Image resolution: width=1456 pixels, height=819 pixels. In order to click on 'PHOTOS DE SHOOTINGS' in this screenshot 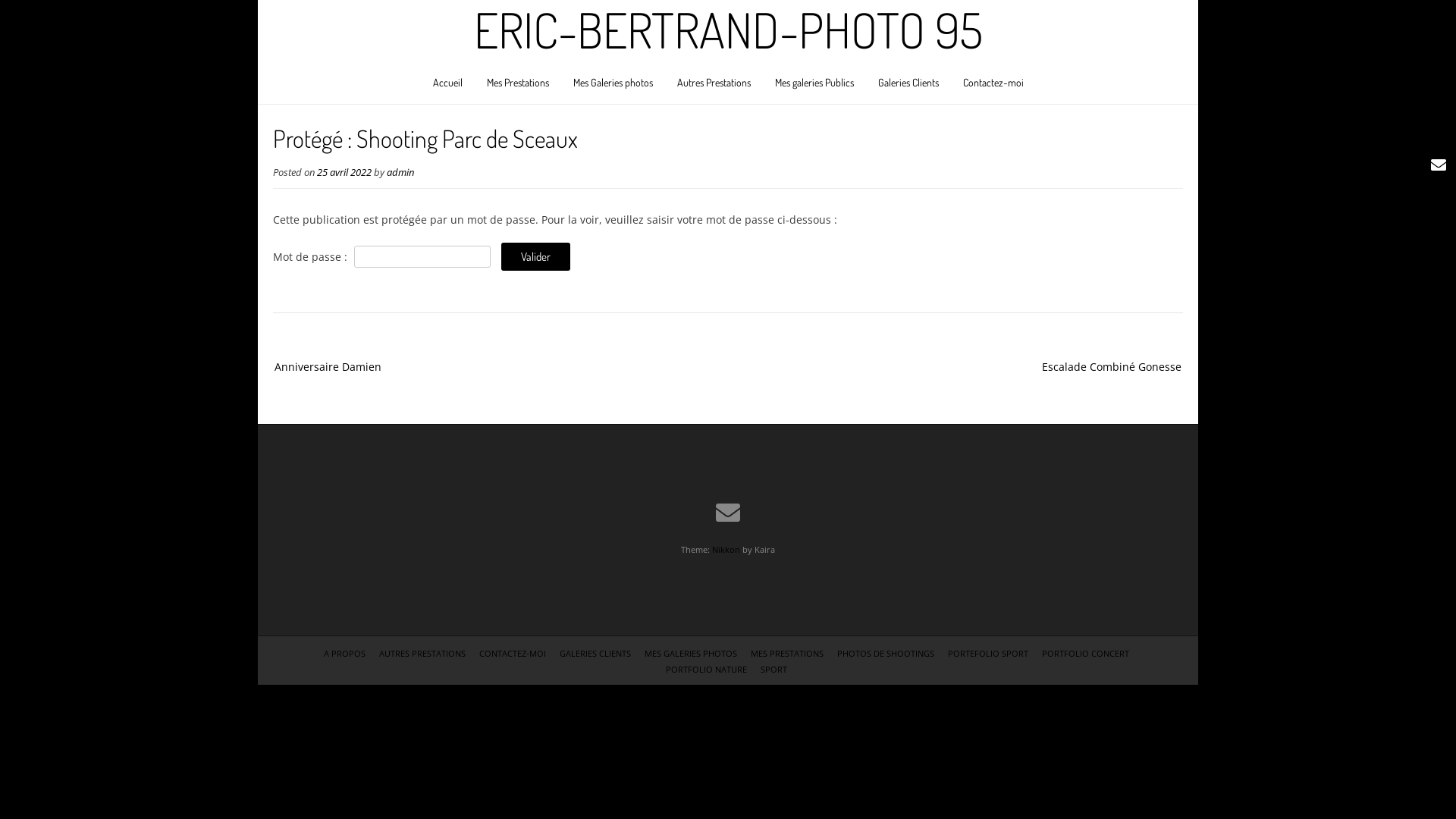, I will do `click(836, 652)`.